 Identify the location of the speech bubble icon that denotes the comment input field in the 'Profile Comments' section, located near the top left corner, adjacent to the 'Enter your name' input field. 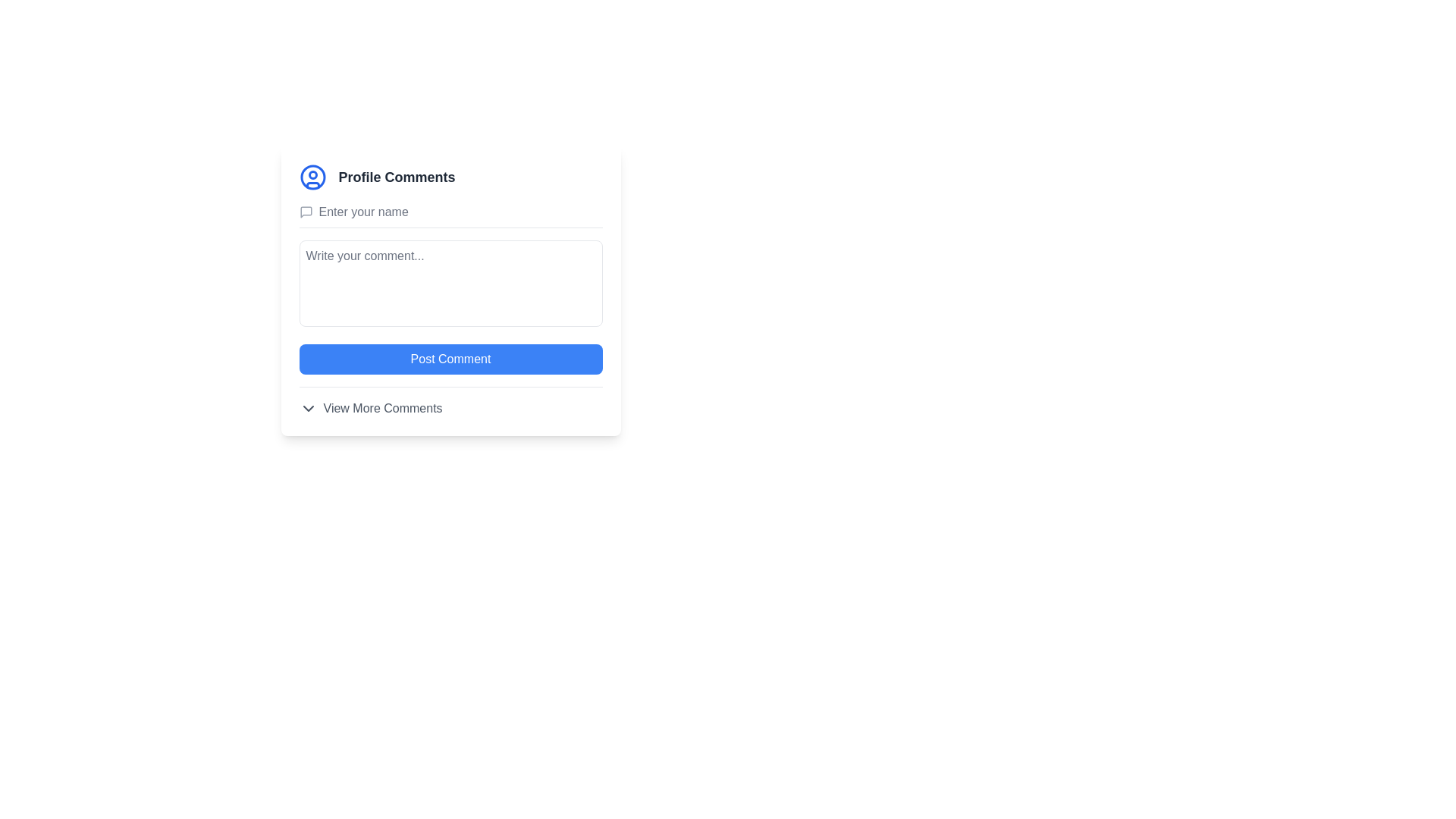
(305, 212).